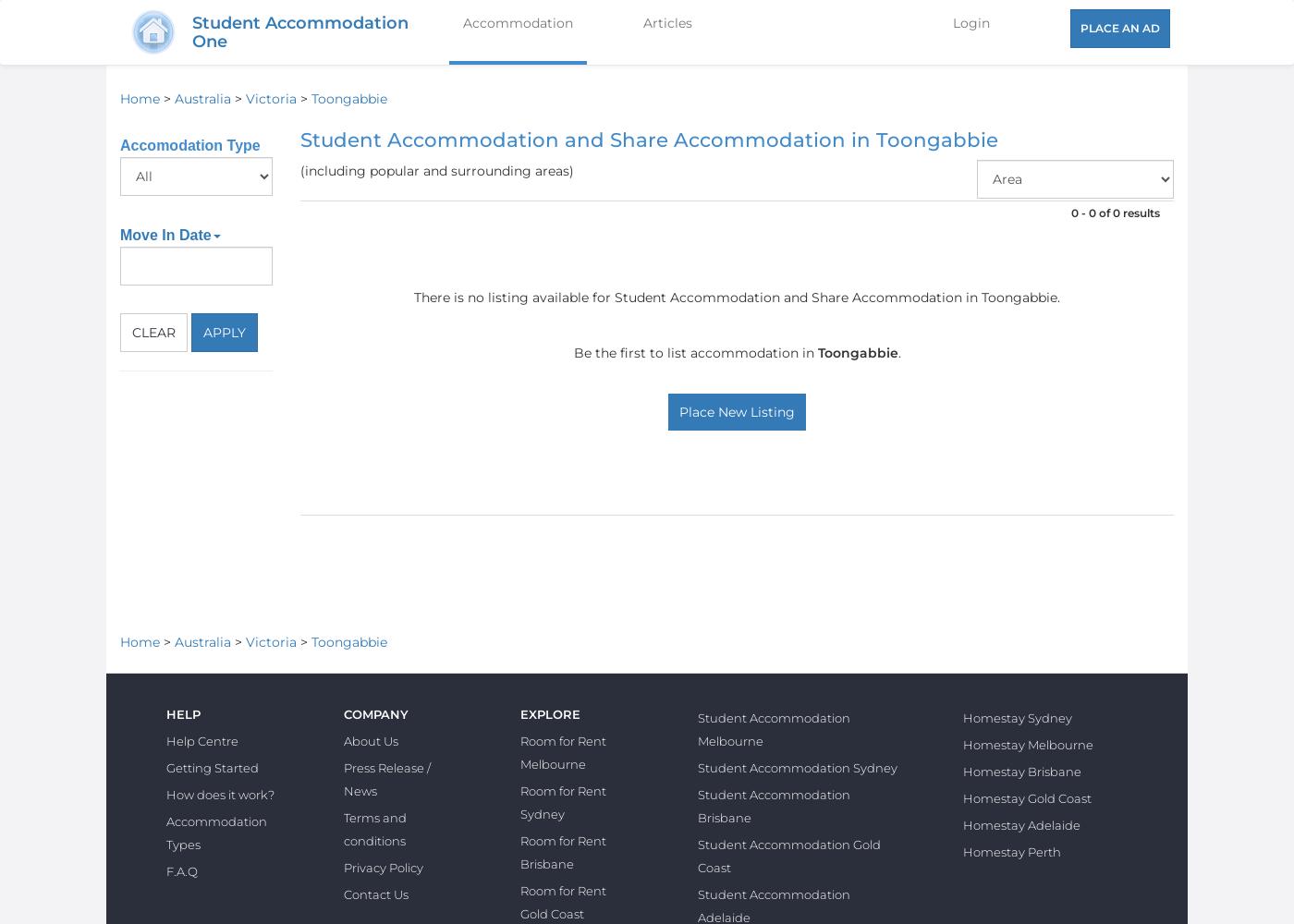  Describe the element at coordinates (563, 801) in the screenshot. I see `'Room for Rent Sydney'` at that location.